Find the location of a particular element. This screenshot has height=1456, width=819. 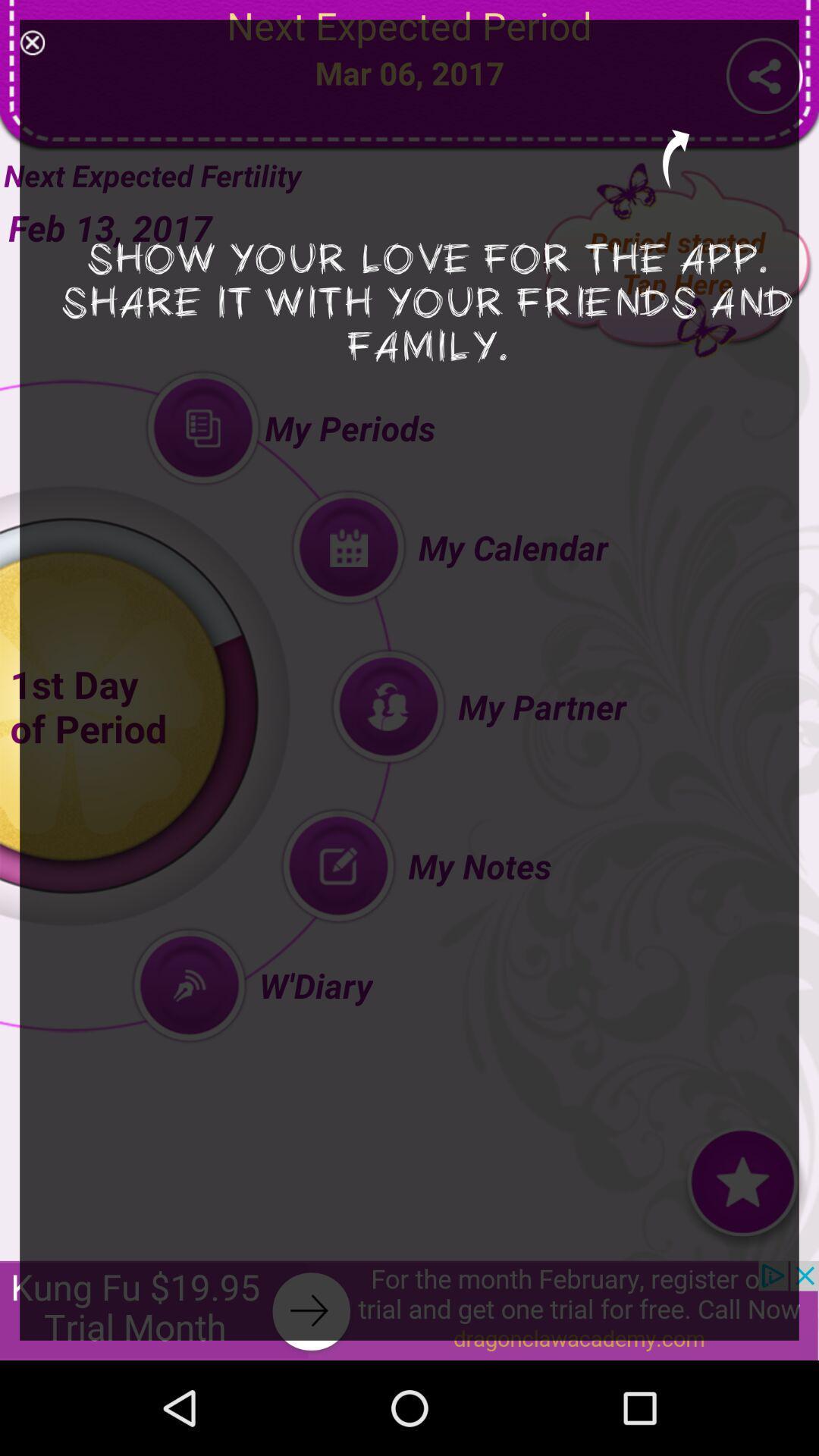

the close icon is located at coordinates (32, 45).